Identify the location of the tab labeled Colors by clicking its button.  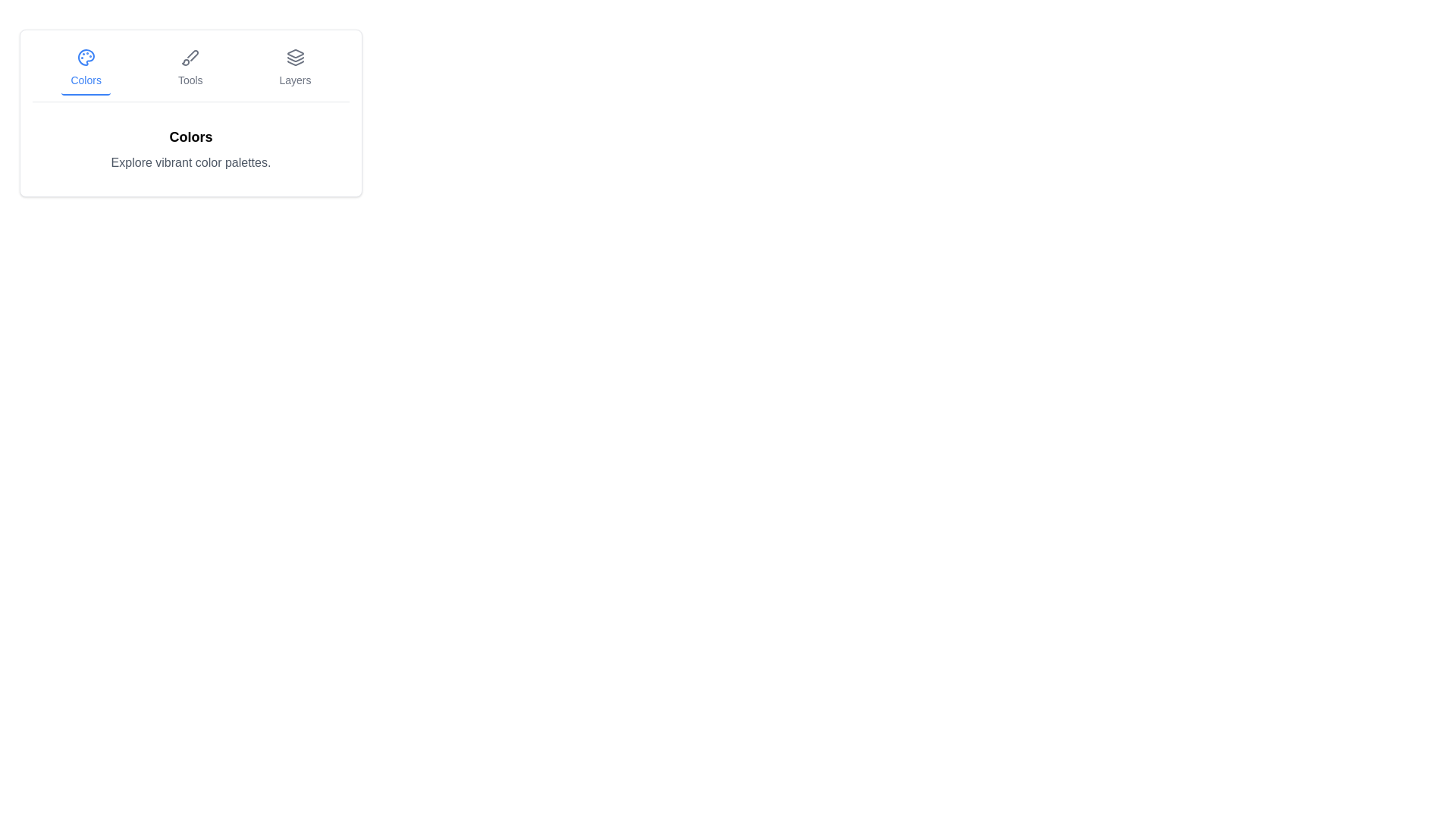
(85, 69).